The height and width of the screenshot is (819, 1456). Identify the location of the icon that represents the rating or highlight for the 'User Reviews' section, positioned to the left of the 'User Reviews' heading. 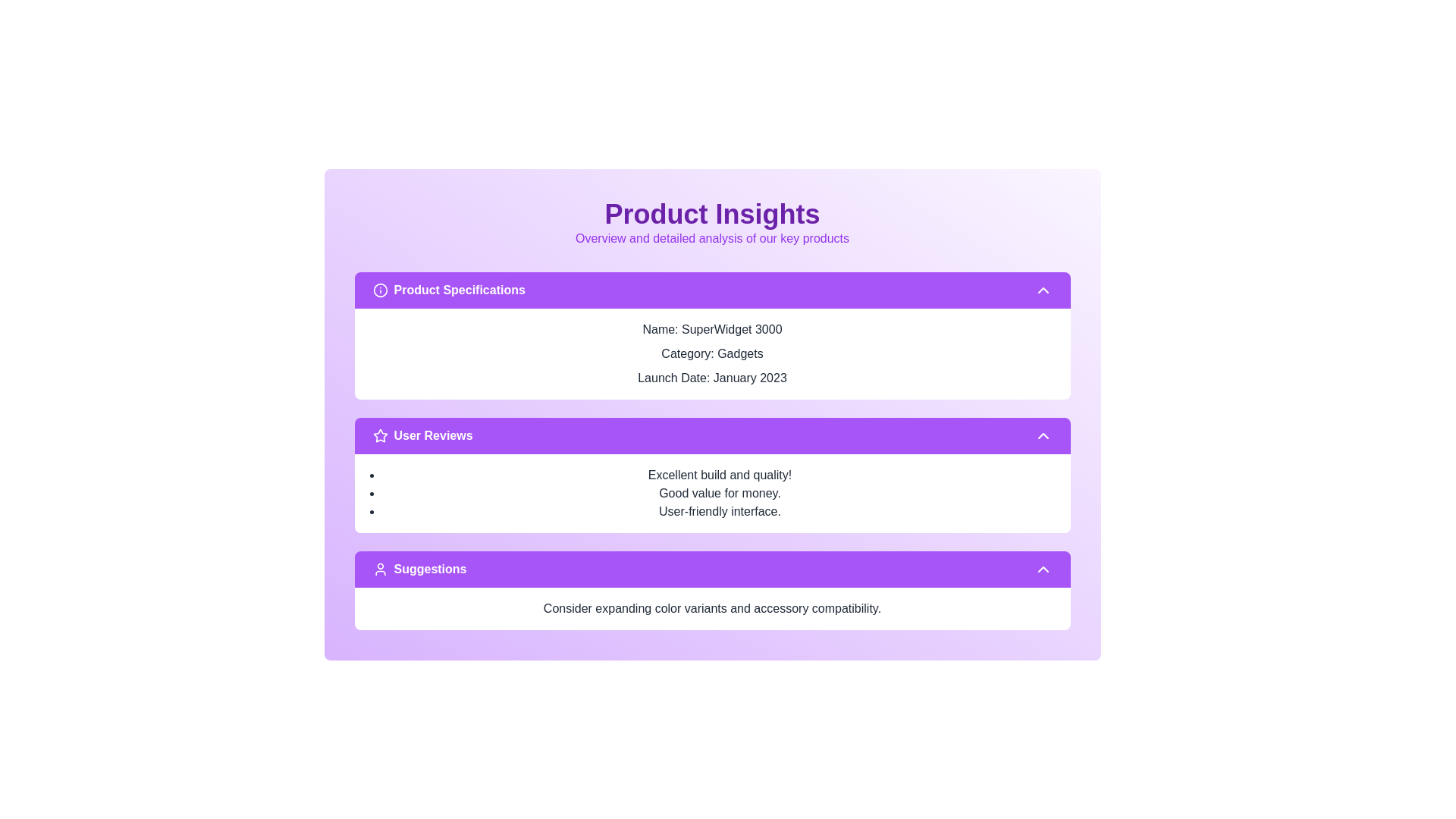
(380, 435).